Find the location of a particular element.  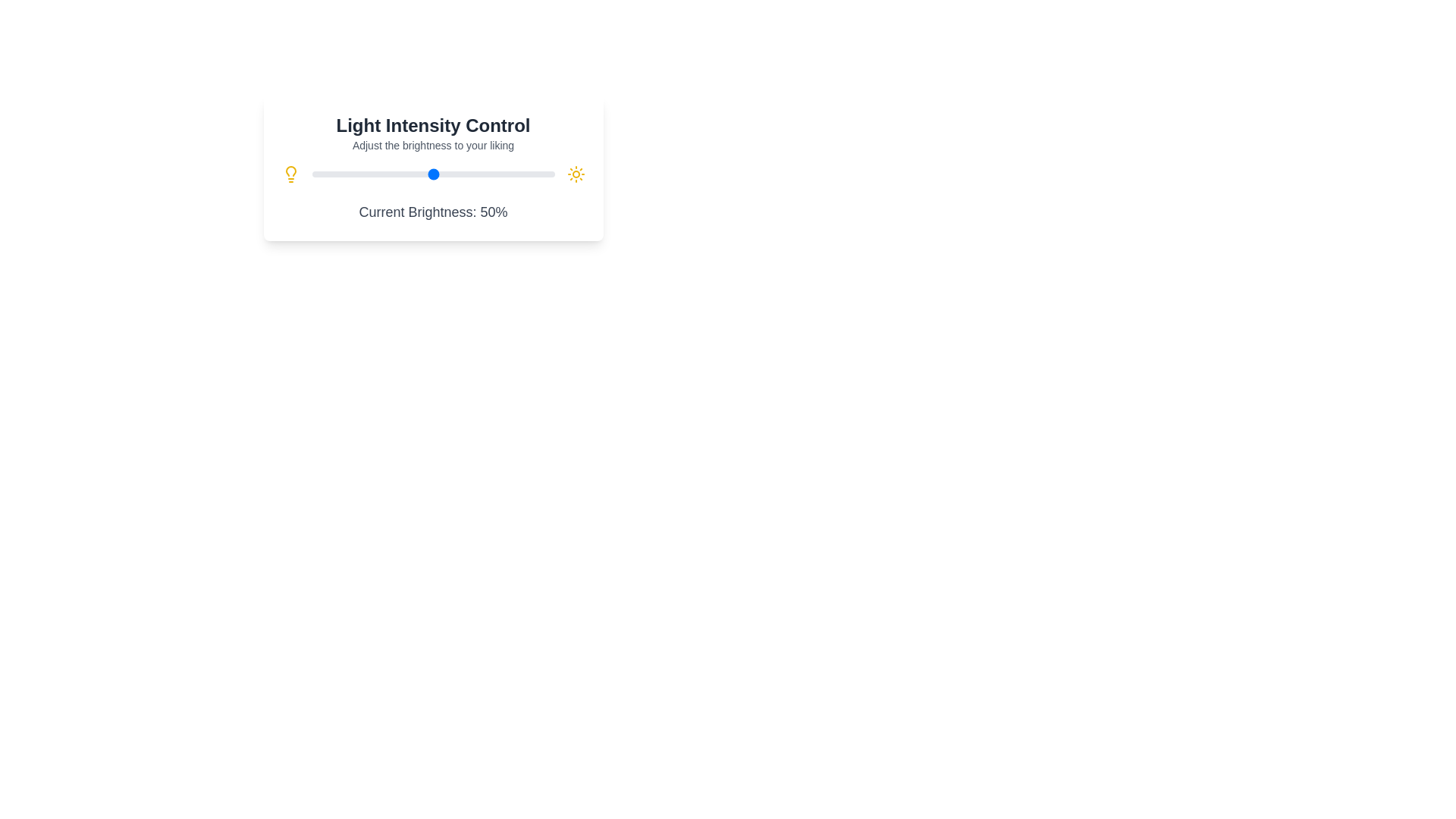

the brightness slider to 68% is located at coordinates (476, 174).